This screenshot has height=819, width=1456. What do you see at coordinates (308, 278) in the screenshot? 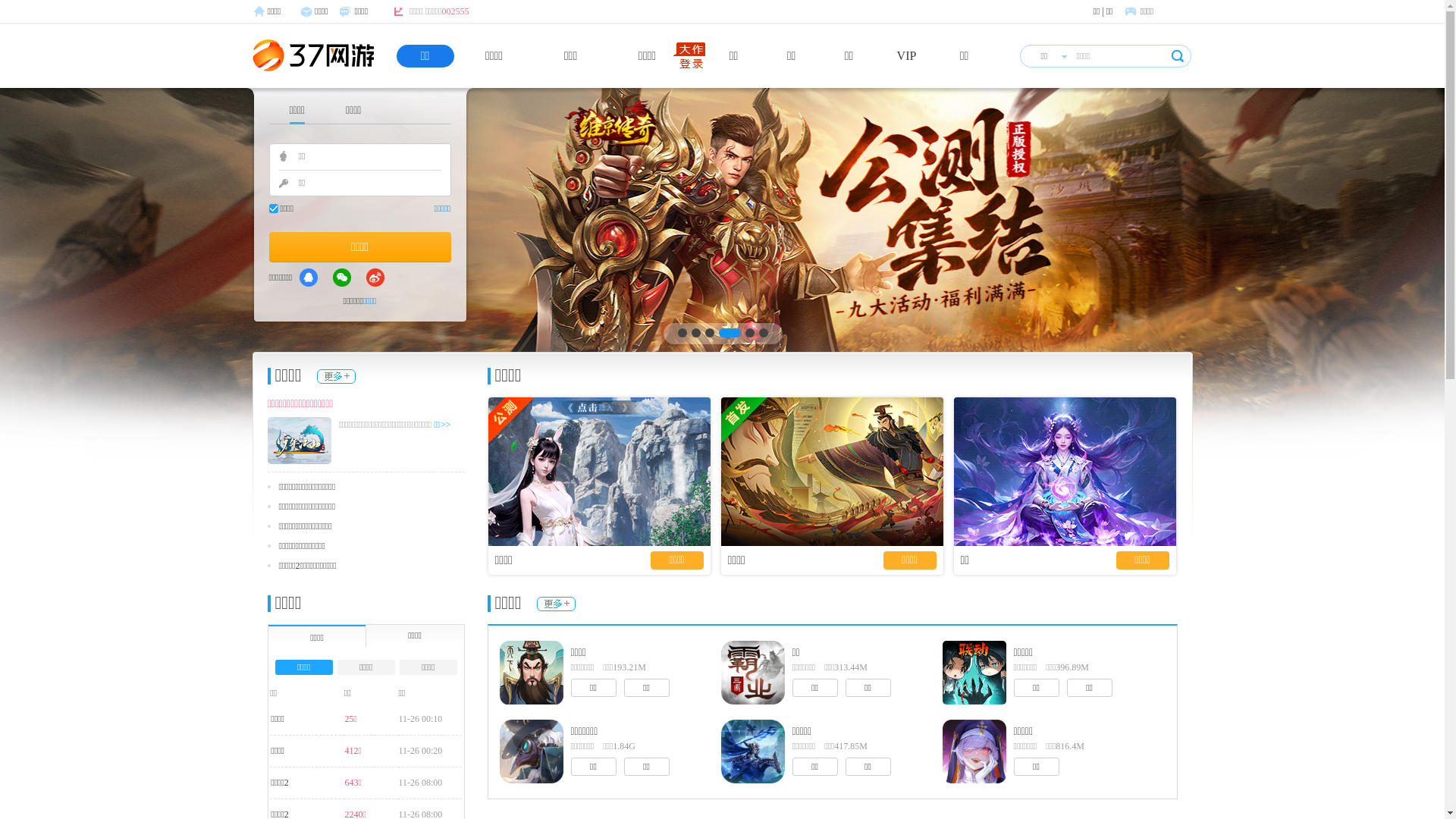
I see `'QQ'` at bounding box center [308, 278].